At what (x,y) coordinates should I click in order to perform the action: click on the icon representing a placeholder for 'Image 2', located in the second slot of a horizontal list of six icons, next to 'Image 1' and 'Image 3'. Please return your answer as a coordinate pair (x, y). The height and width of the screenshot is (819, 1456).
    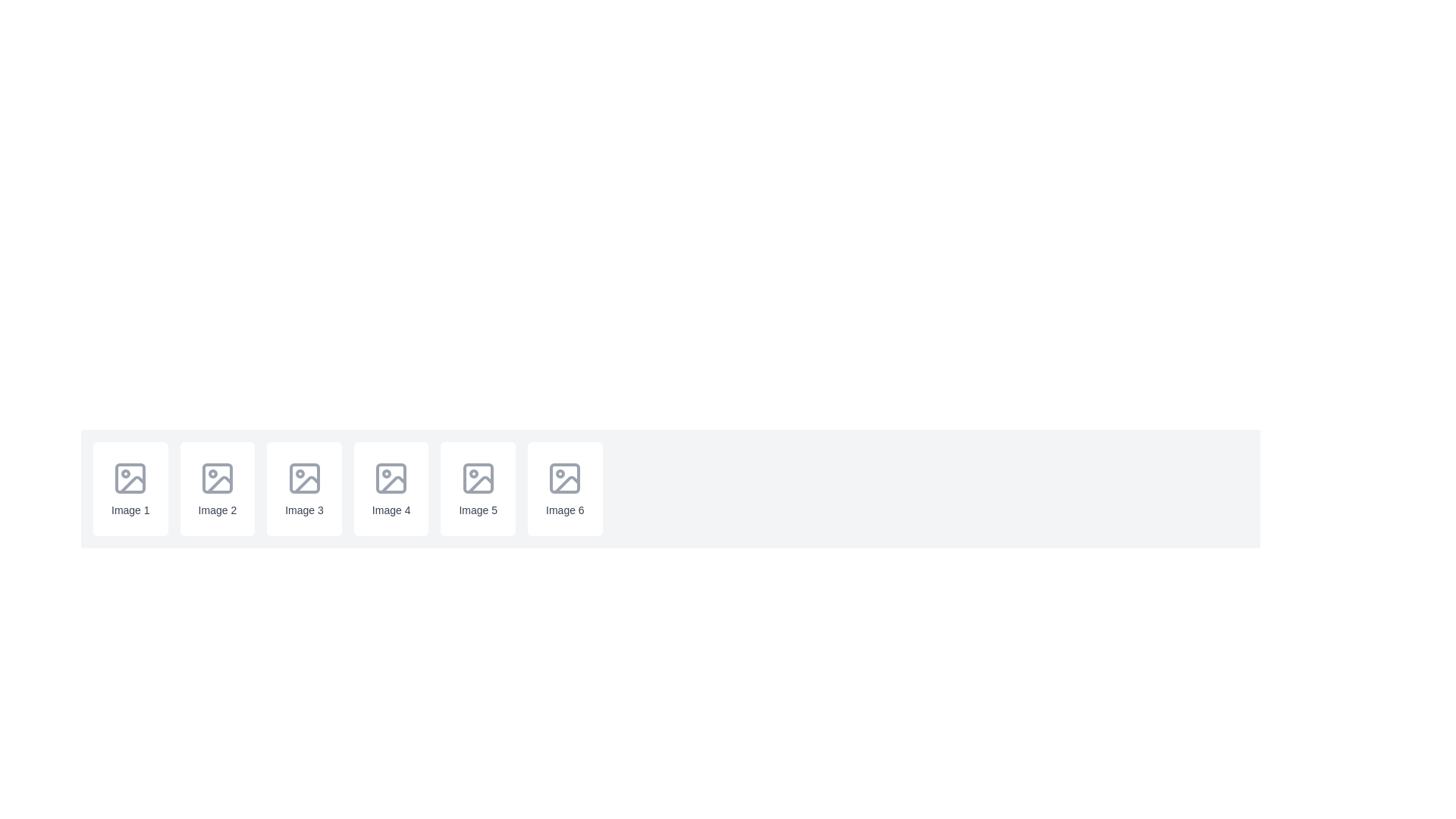
    Looking at the image, I should click on (216, 479).